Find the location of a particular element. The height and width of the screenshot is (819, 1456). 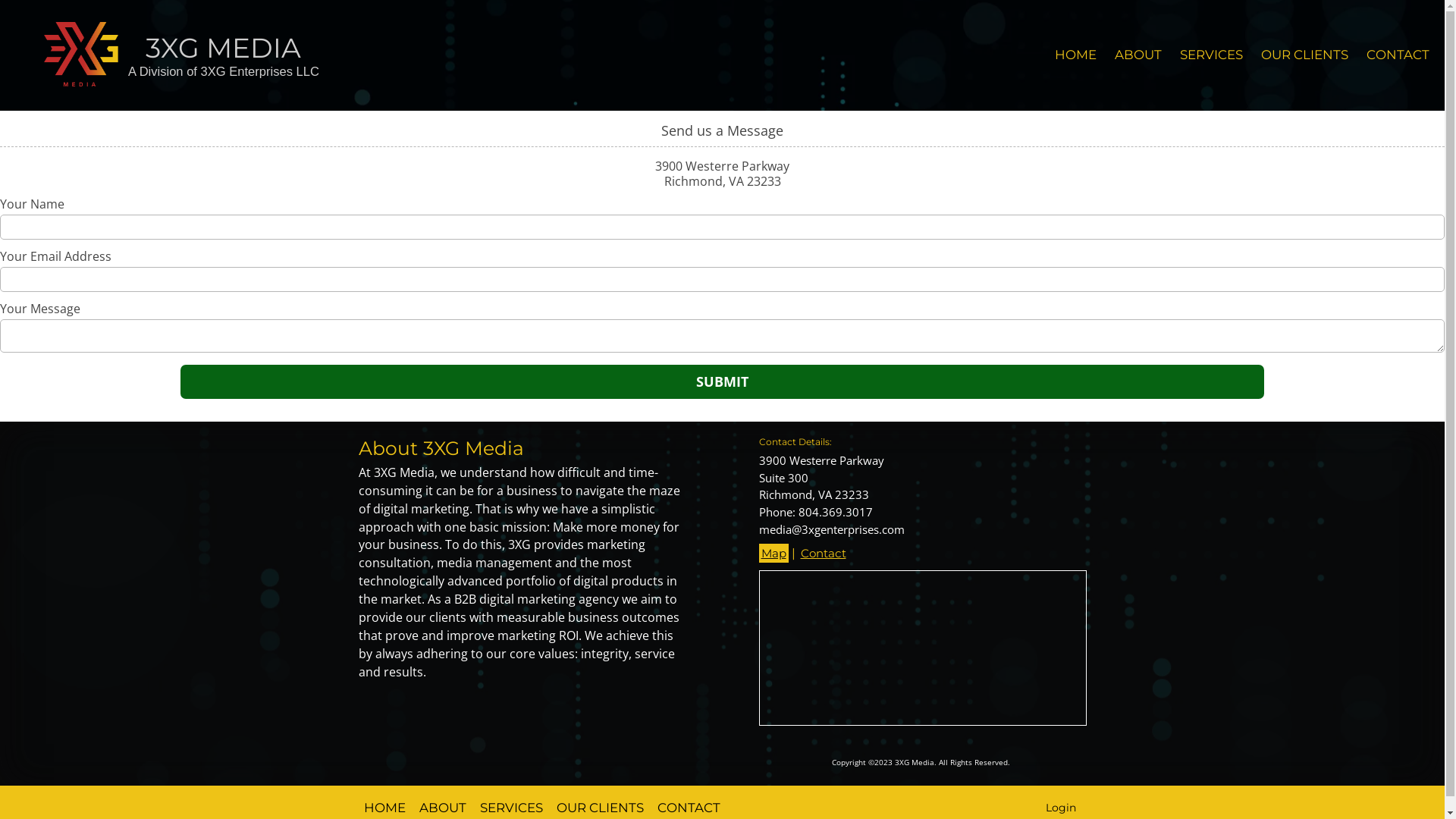

'ABOUT' is located at coordinates (1106, 55).